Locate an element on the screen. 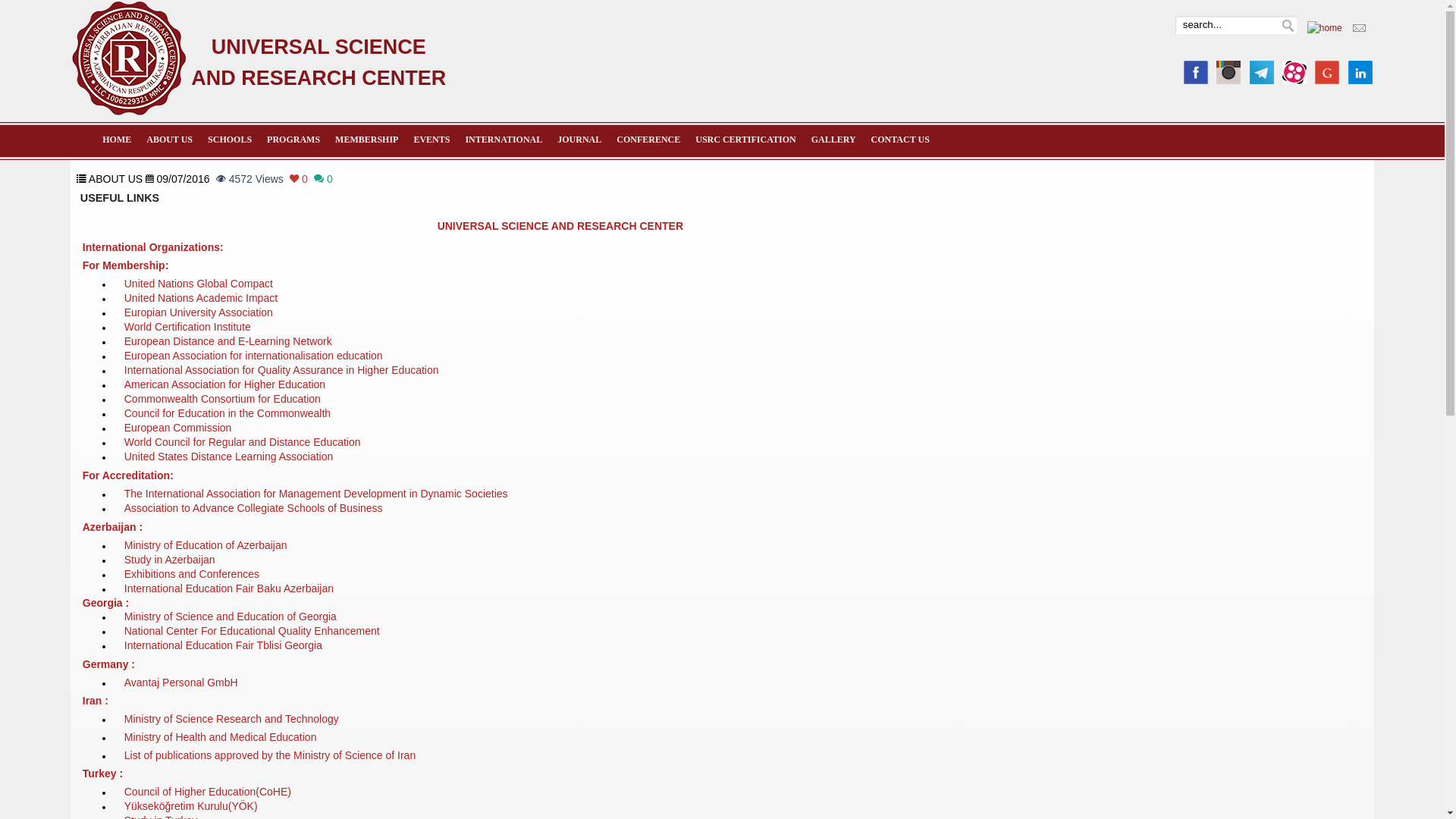 The height and width of the screenshot is (819, 1456). 'United Nations Global Compact' is located at coordinates (198, 284).